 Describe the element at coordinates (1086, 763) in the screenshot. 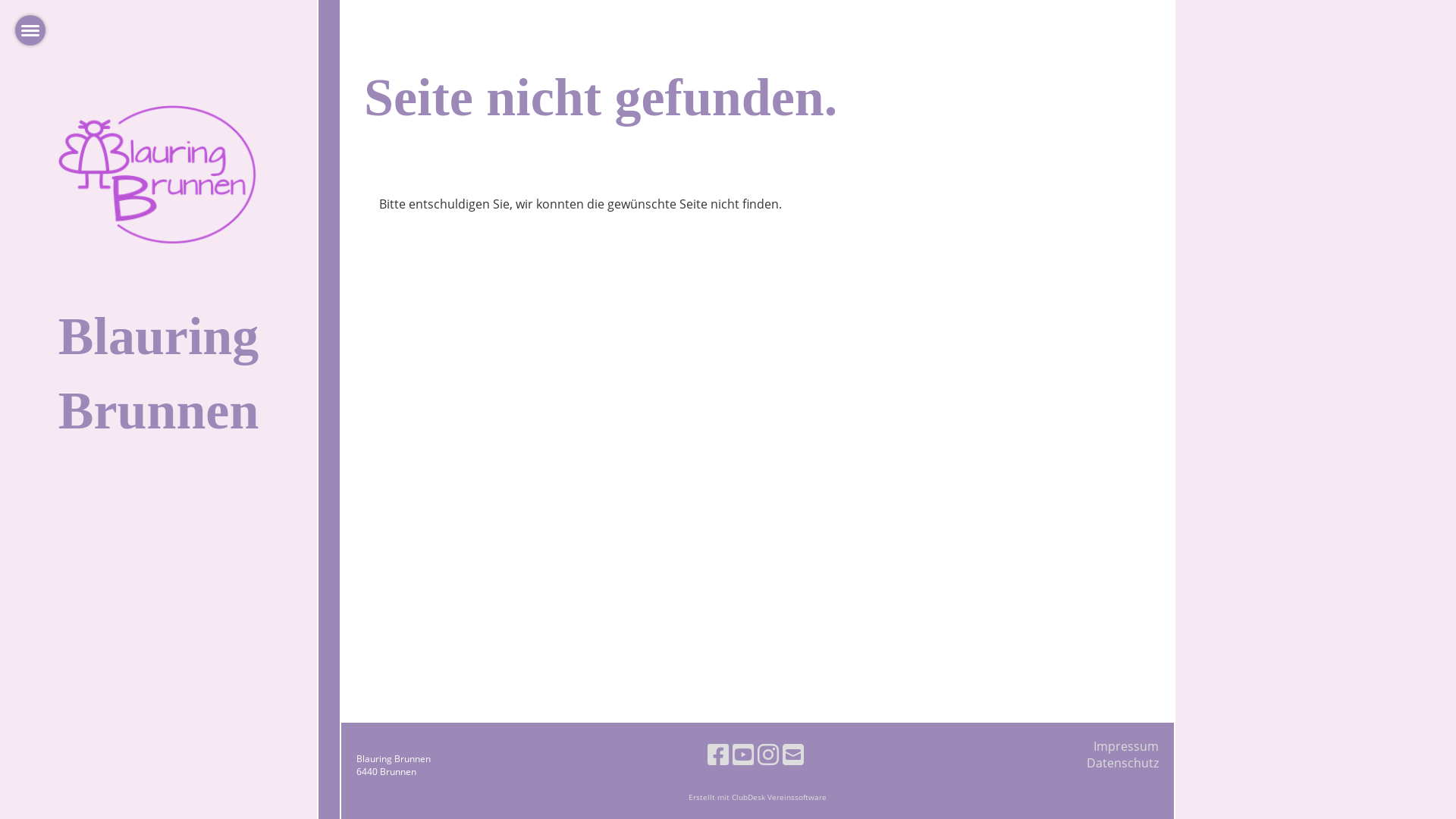

I see `'Datenschutz'` at that location.